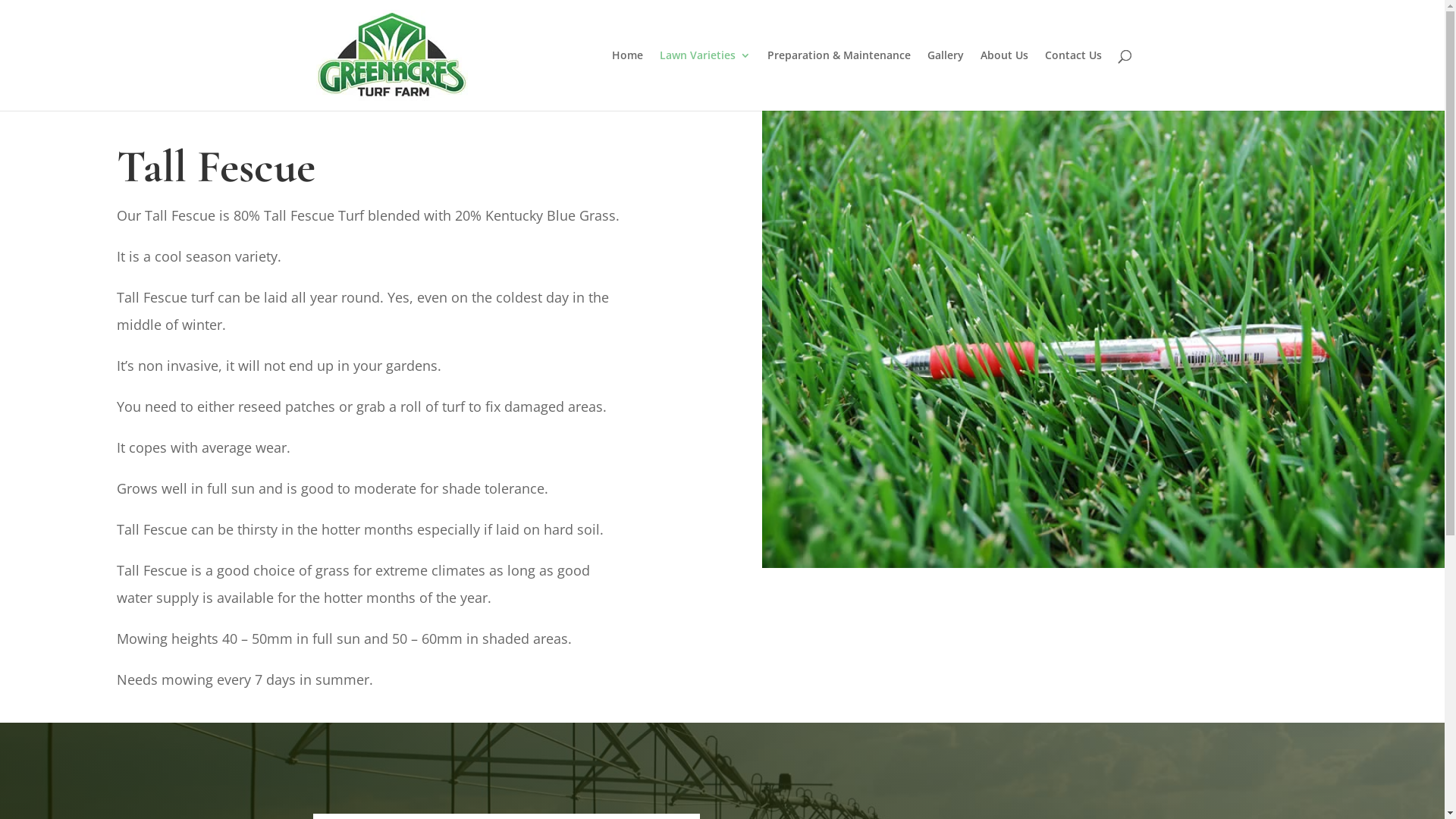 Image resolution: width=1456 pixels, height=819 pixels. Describe the element at coordinates (659, 80) in the screenshot. I see `'Lawn Varieties'` at that location.